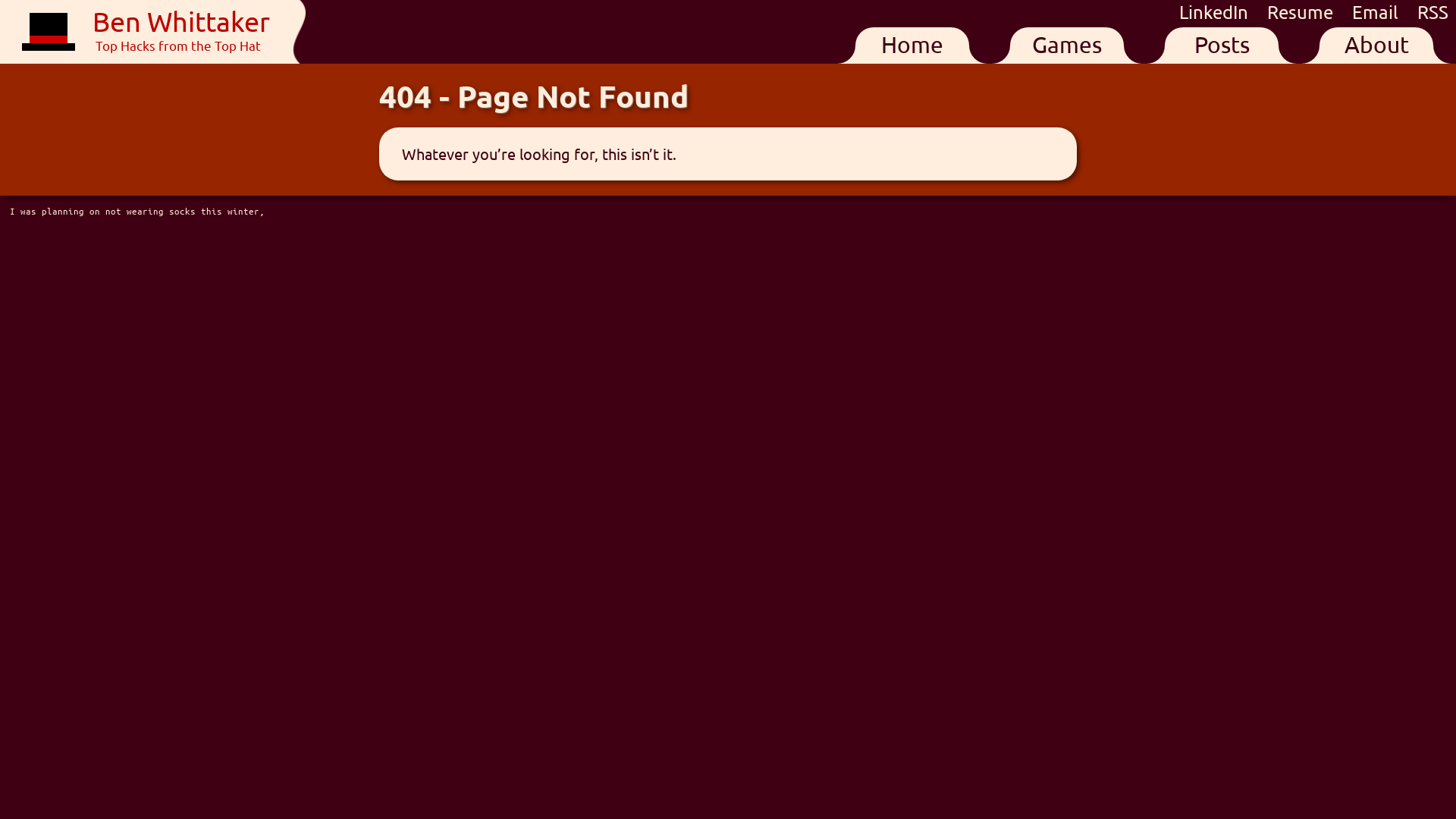 This screenshot has width=1456, height=819. I want to click on 'Home', so click(912, 45).